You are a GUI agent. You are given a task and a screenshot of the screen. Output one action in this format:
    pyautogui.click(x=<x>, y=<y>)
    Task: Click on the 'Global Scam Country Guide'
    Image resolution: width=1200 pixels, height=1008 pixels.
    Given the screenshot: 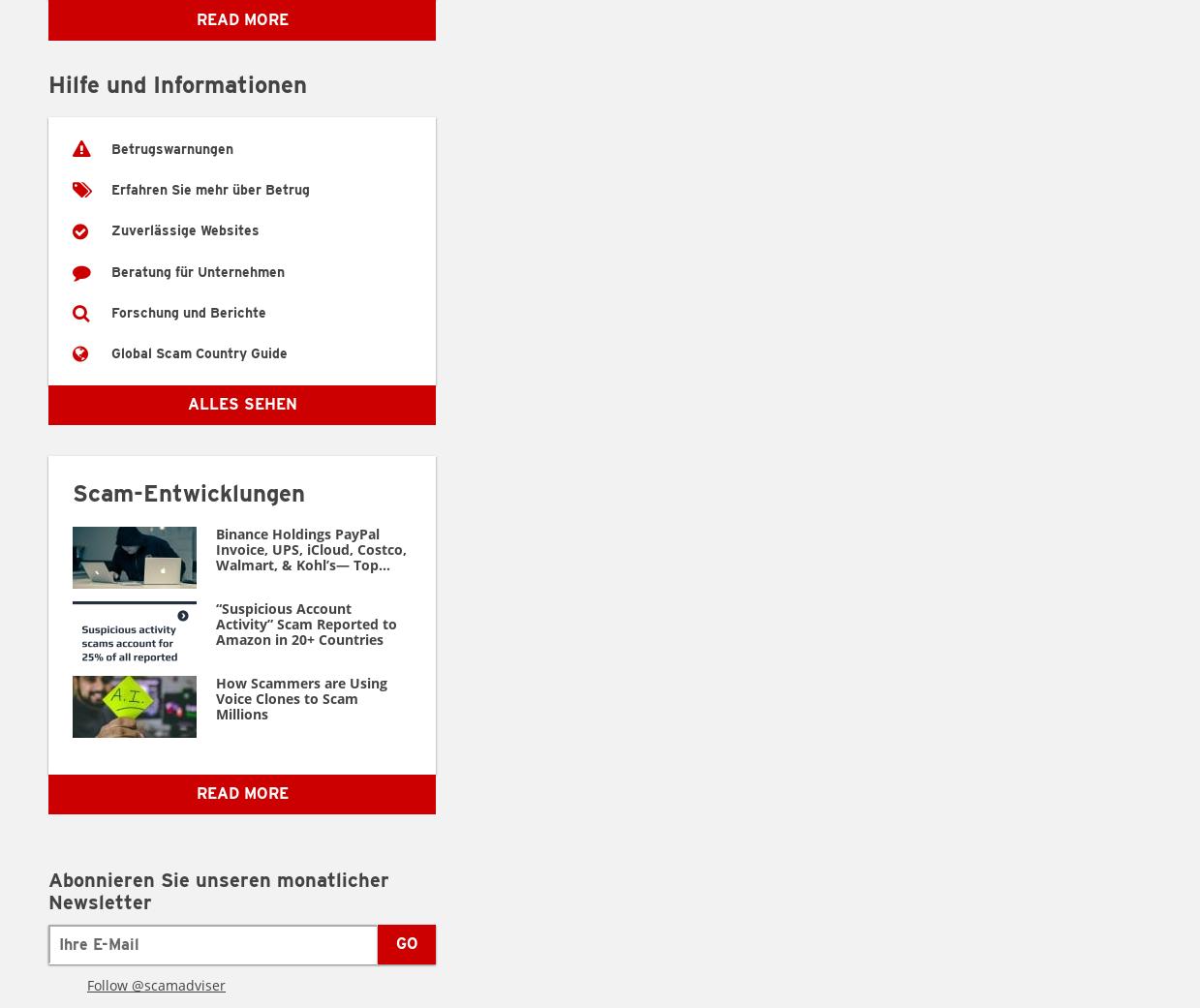 What is the action you would take?
    pyautogui.click(x=110, y=352)
    